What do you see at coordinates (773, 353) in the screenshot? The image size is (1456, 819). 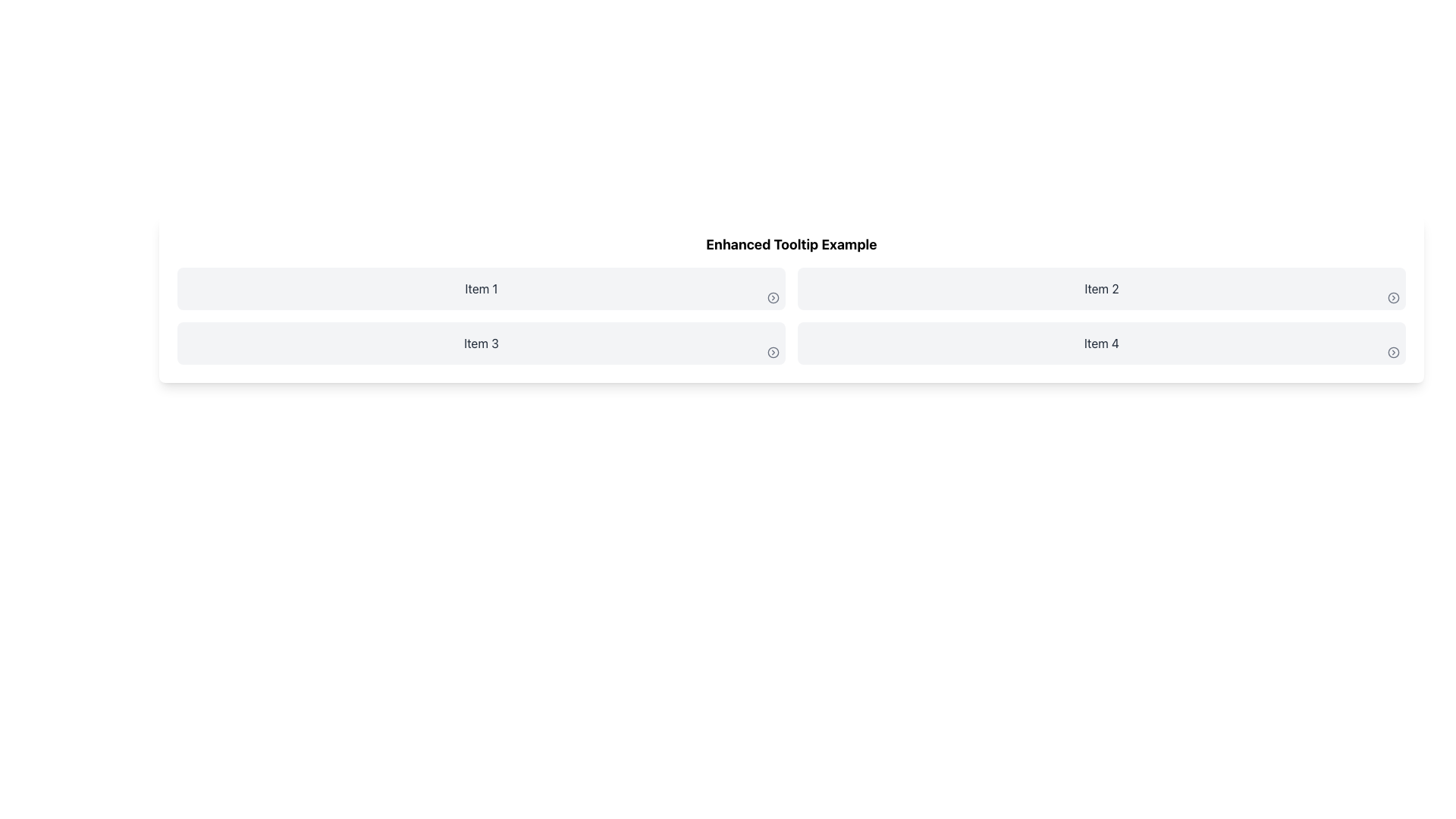 I see `the circular SVG icon located next to the text 'Item 3' in the second row, first column of the layout` at bounding box center [773, 353].